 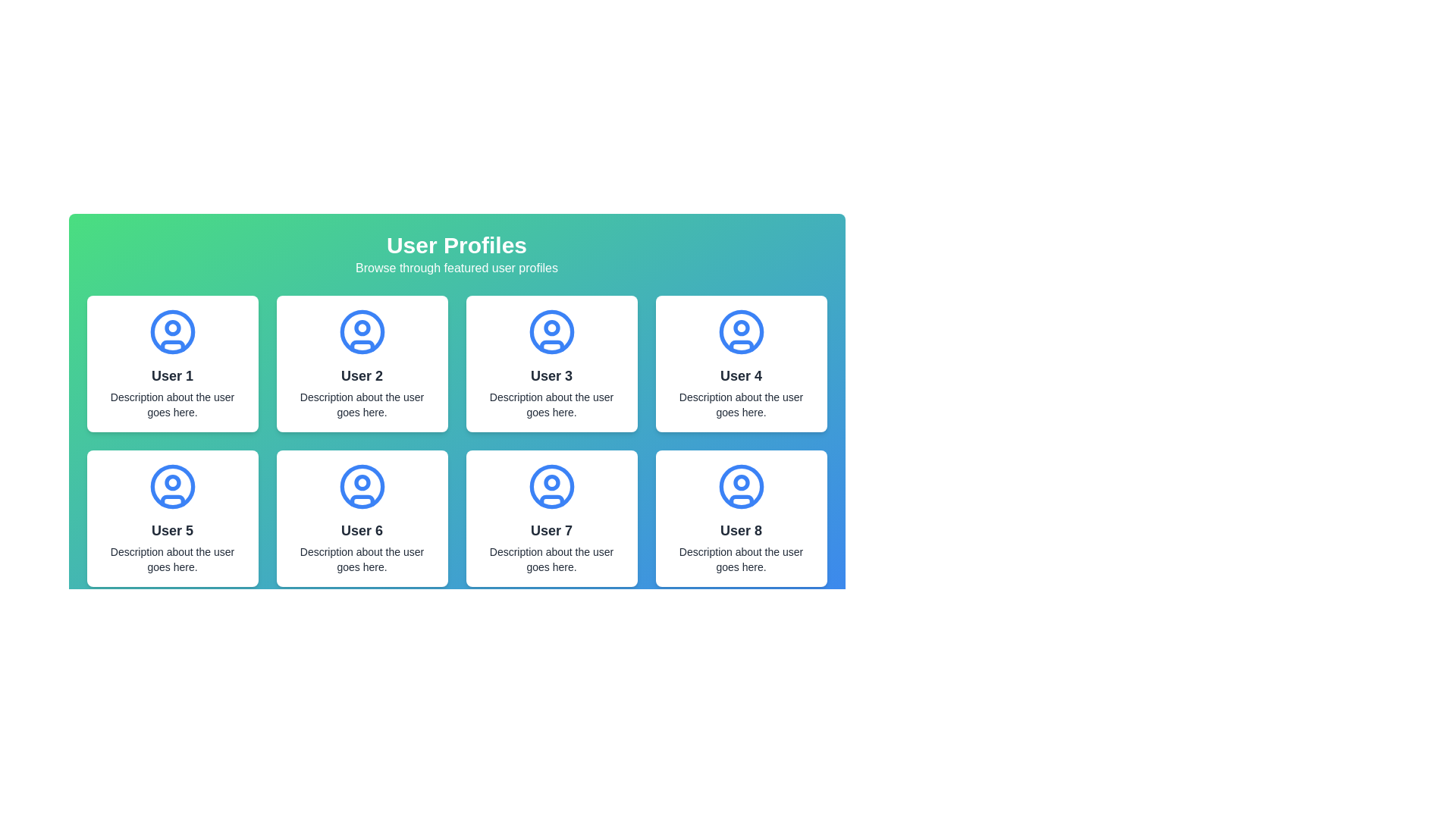 What do you see at coordinates (456, 253) in the screenshot?
I see `the informational header text block that introduces the section containing user profiles, located centrally at the top of the user interface` at bounding box center [456, 253].